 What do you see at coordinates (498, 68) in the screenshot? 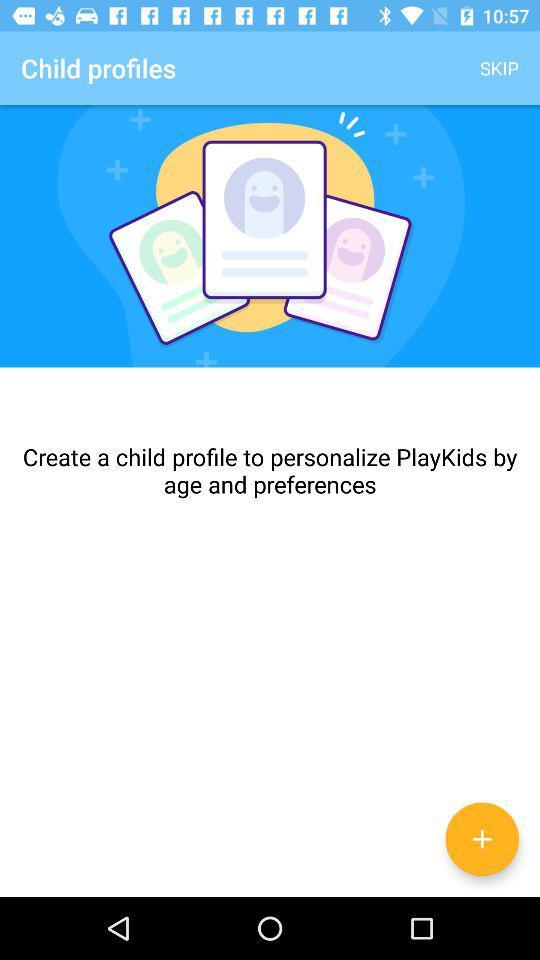
I see `skip icon` at bounding box center [498, 68].